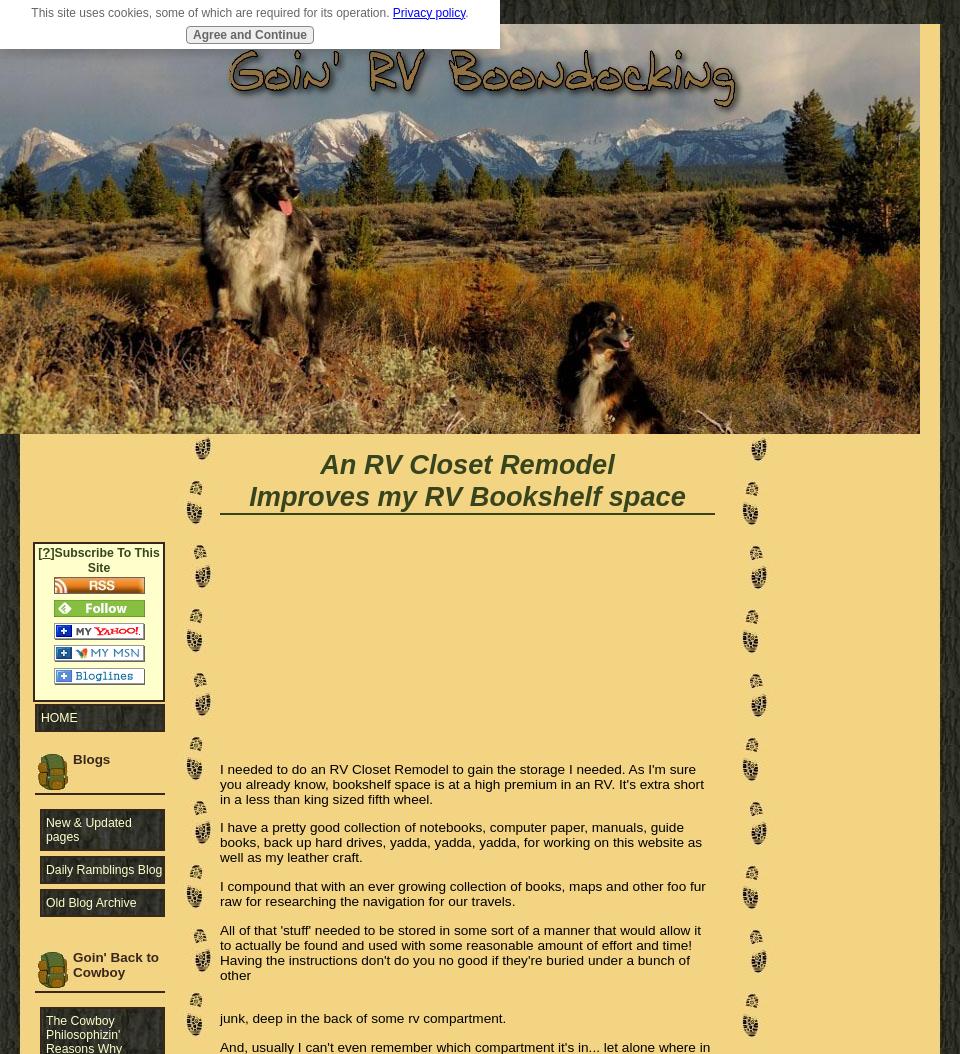 Image resolution: width=960 pixels, height=1054 pixels. I want to click on 'I have
a pretty good collection of notebooks, computer paper, manuals, guide
books, back up hard drives, yadda, yadda, yadda, for working on this
website as well as my leather craft.', so click(460, 841).